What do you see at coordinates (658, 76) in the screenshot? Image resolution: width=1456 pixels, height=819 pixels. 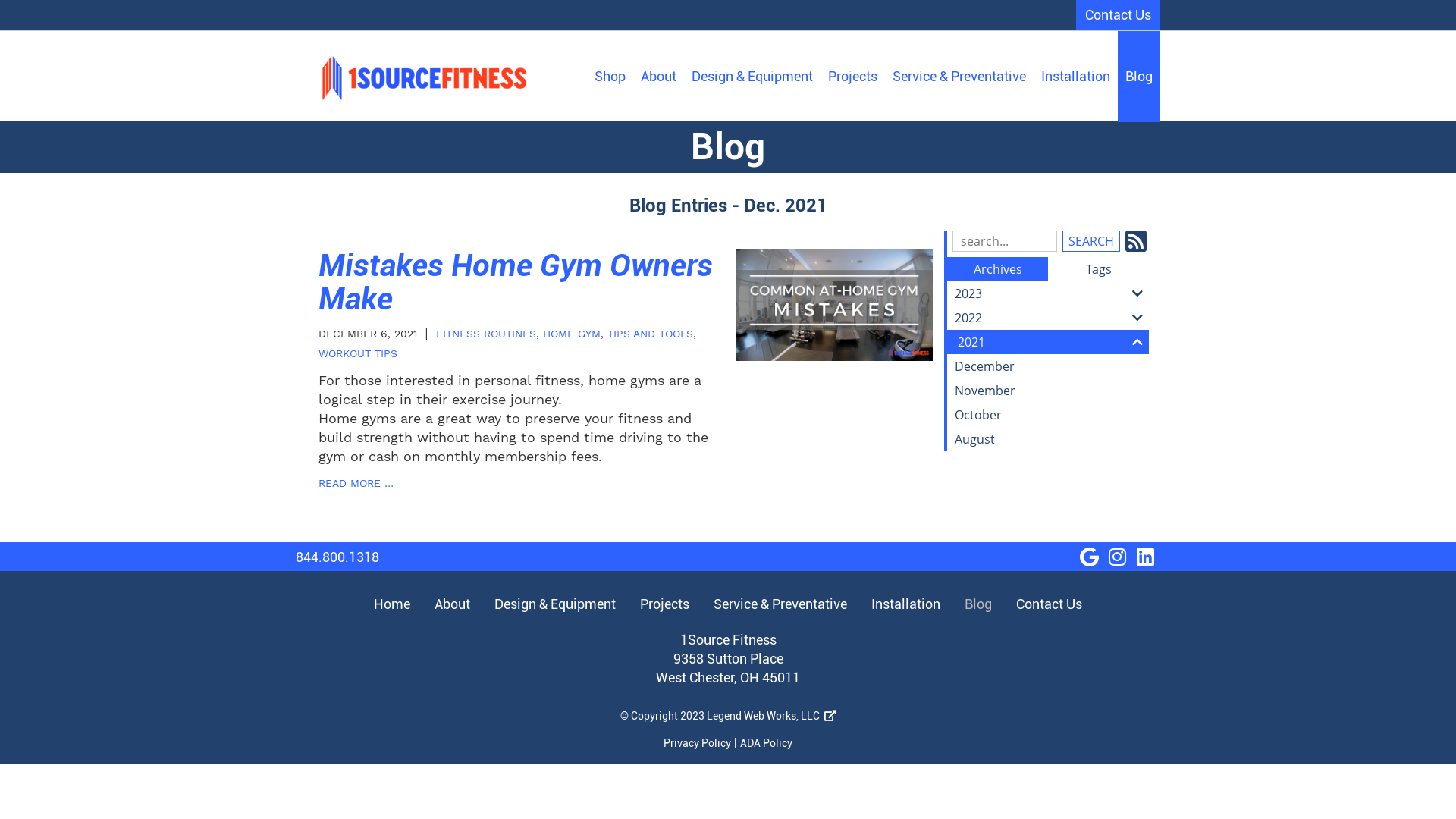 I see `'About'` at bounding box center [658, 76].